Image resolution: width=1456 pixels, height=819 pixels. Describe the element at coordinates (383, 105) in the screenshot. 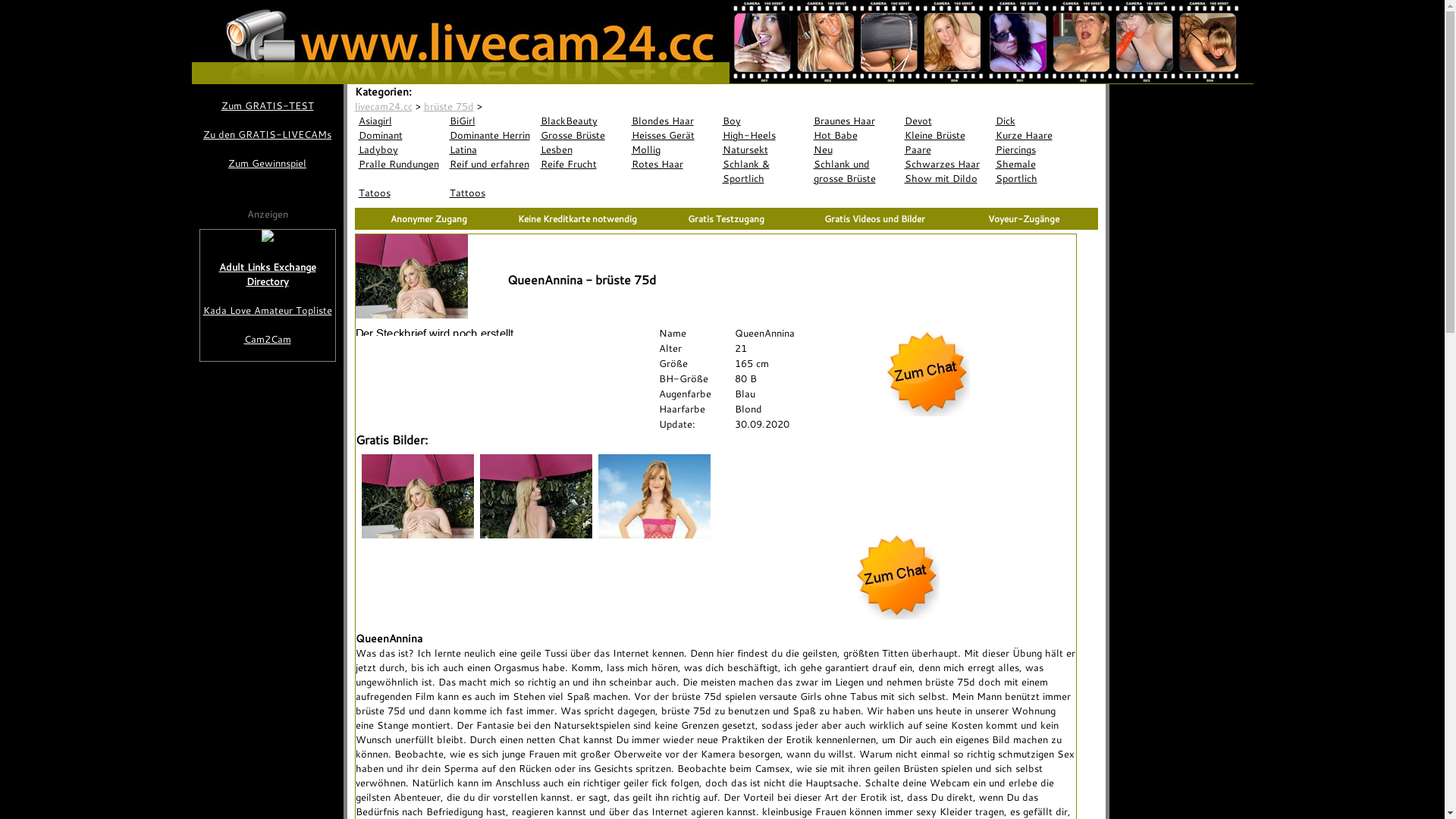

I see `'livecam24.cc'` at that location.